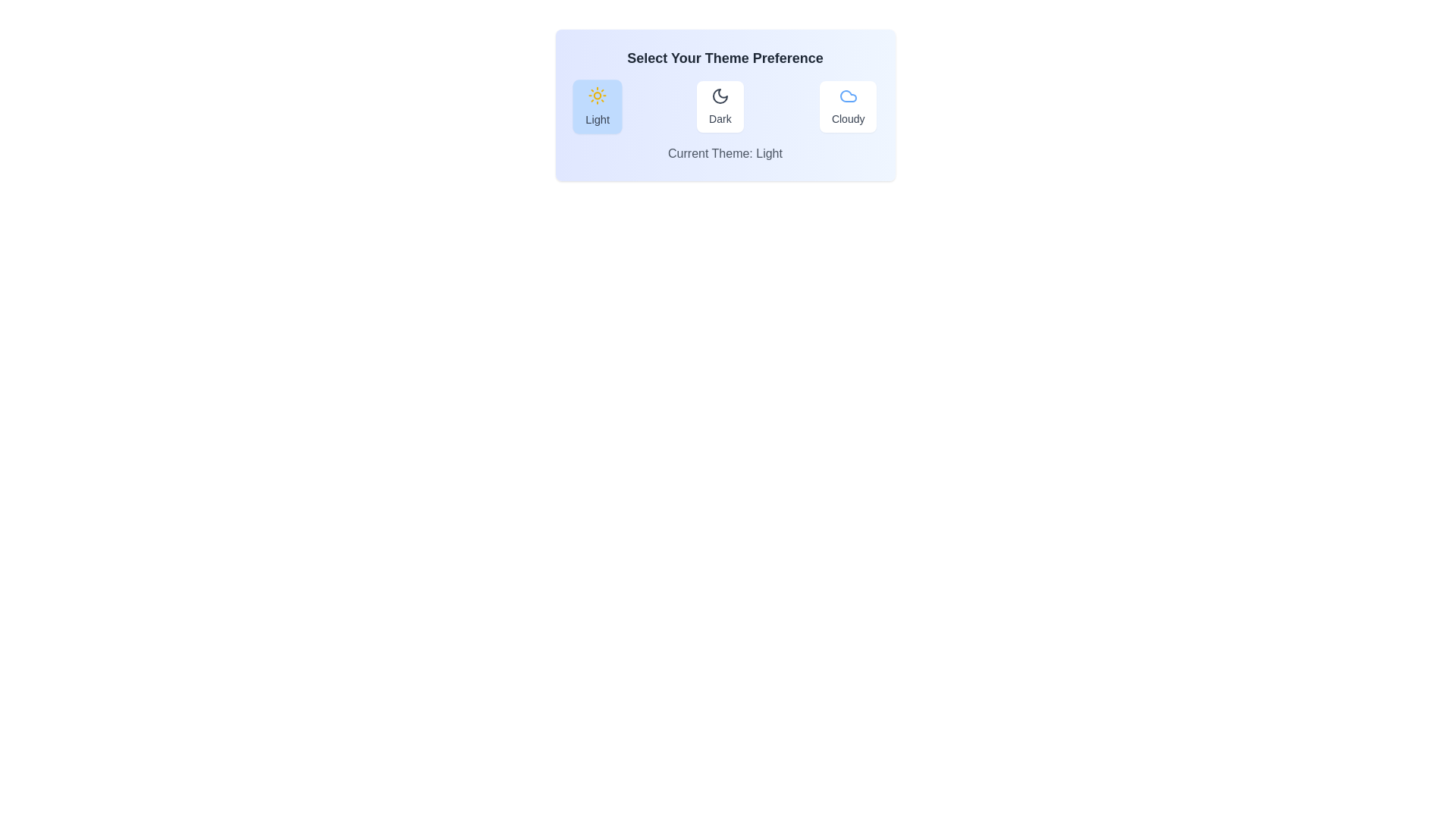 Image resolution: width=1456 pixels, height=819 pixels. Describe the element at coordinates (847, 96) in the screenshot. I see `the icon representing the Cloudy theme` at that location.